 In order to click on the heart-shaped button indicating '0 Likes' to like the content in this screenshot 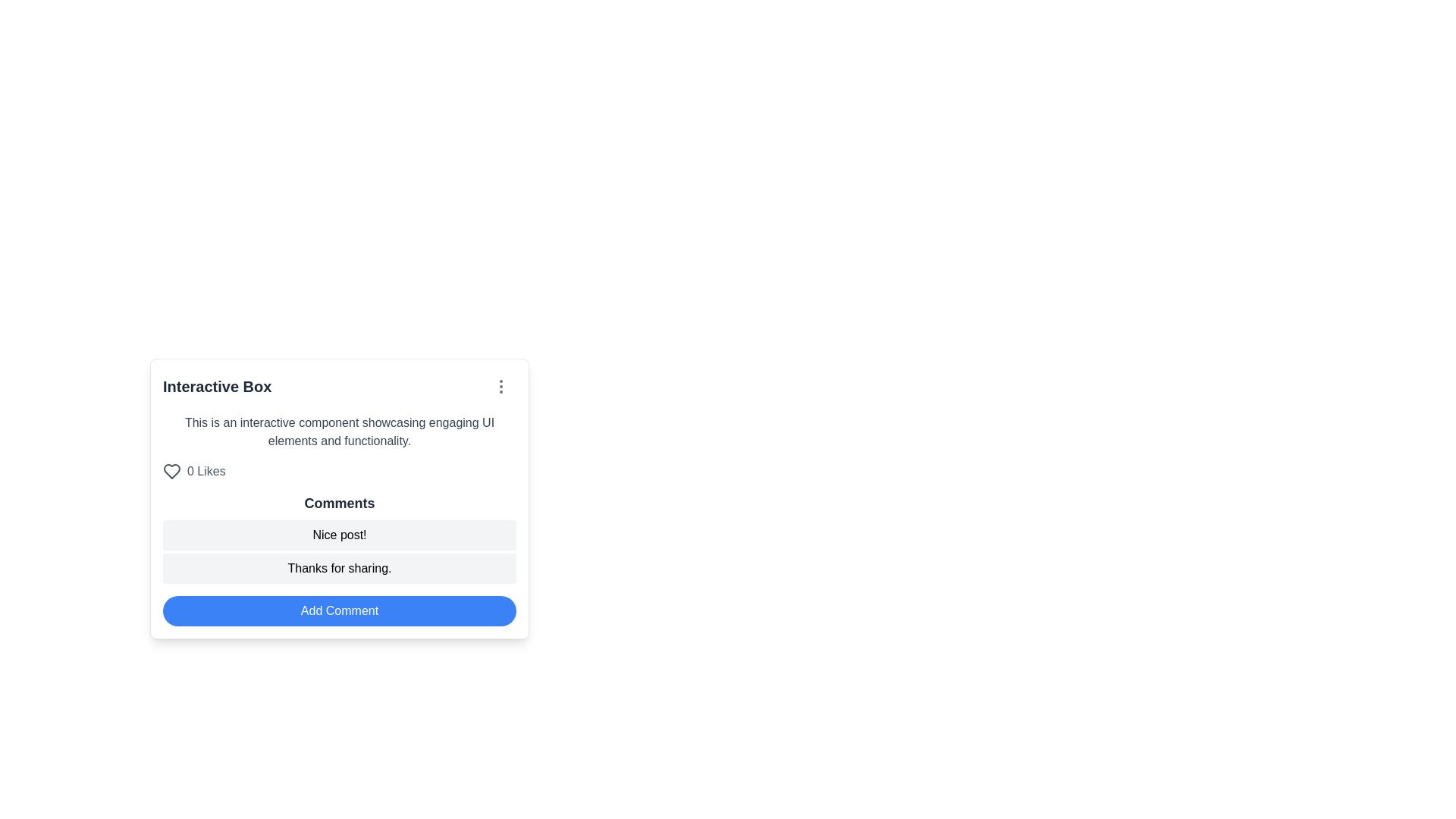, I will do `click(193, 470)`.